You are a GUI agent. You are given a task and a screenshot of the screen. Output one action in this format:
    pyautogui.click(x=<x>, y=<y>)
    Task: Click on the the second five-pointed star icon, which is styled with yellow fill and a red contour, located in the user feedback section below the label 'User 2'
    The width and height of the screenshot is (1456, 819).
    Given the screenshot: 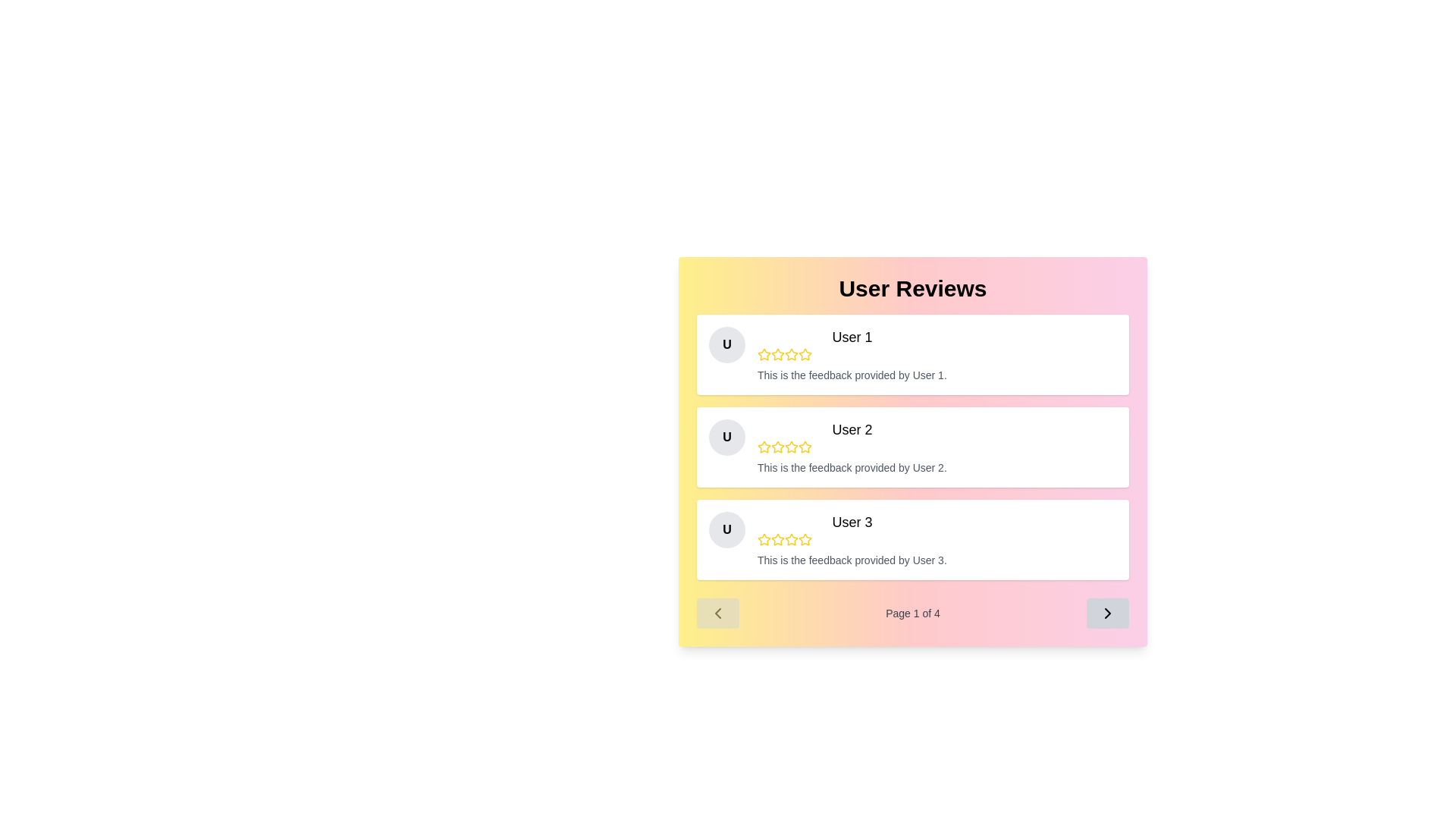 What is the action you would take?
    pyautogui.click(x=764, y=446)
    